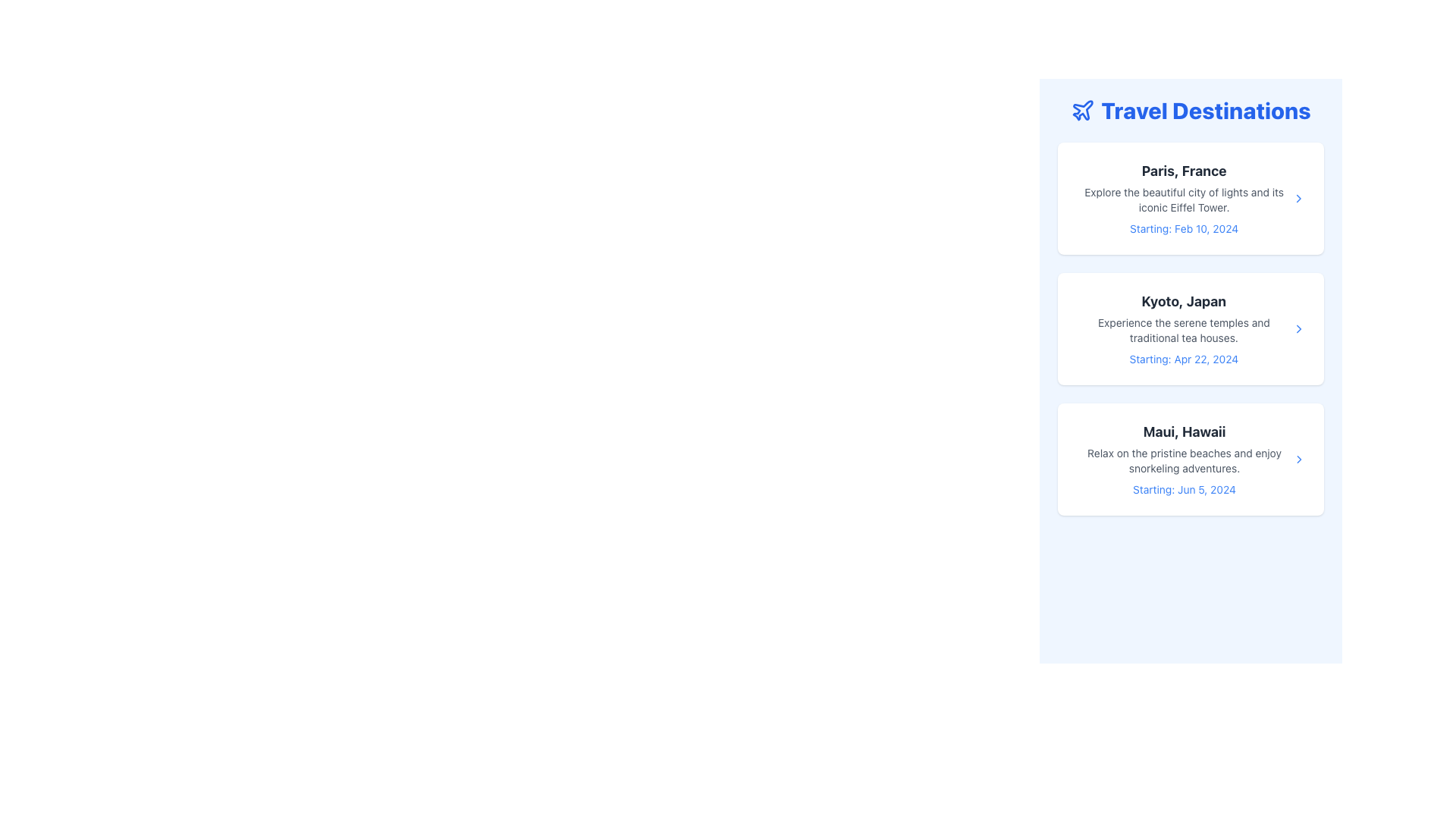 The width and height of the screenshot is (1456, 819). Describe the element at coordinates (1190, 458) in the screenshot. I see `the travel destination card titled 'Maui, Hawaii', which contains a bold title, a brief description in smaller gray text, and a starting date in blue text, positioned between 'Kyoto, Japan' and the end of the list` at that location.